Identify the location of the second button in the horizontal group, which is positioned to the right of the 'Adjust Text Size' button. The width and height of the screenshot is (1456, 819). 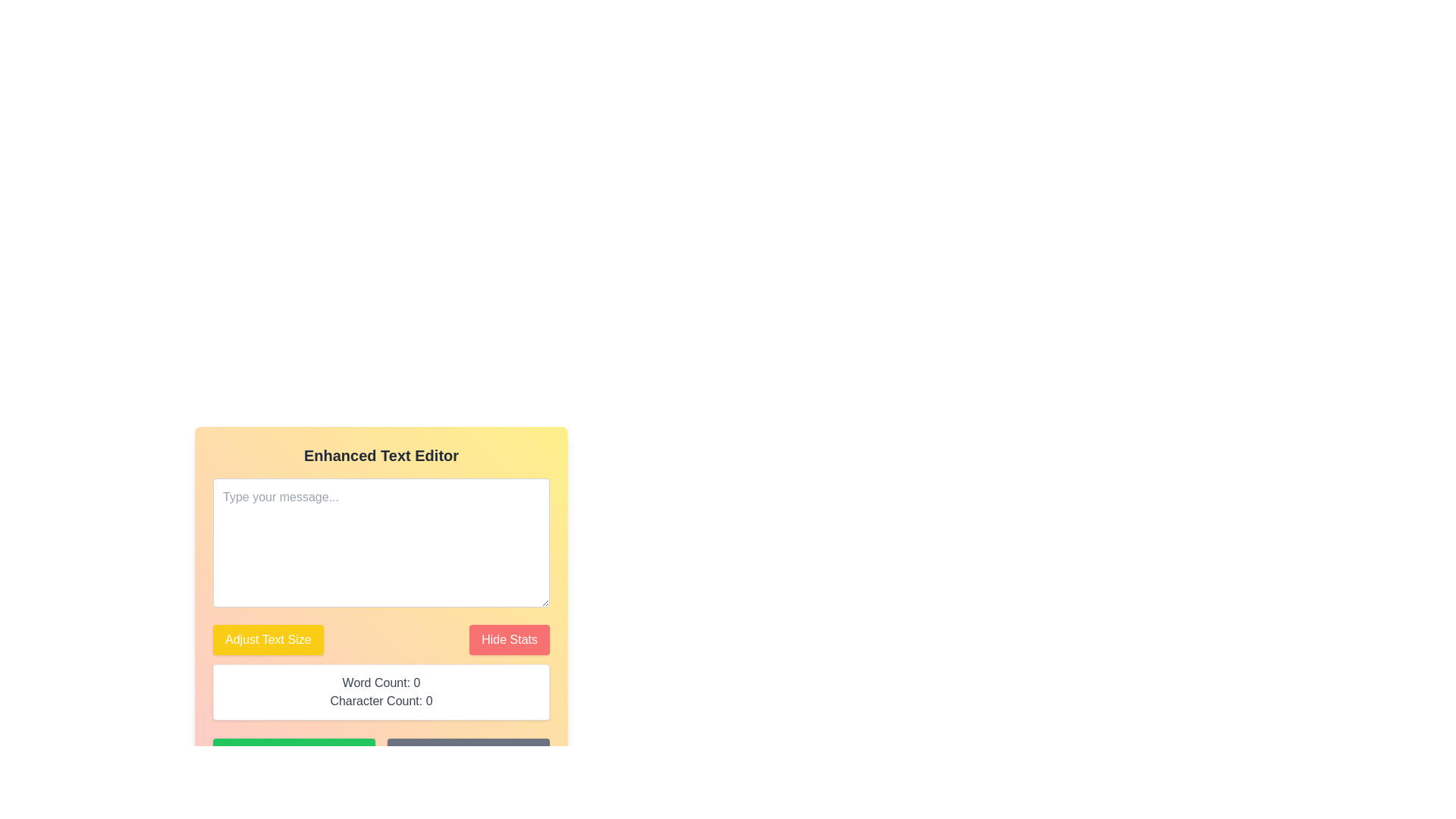
(510, 640).